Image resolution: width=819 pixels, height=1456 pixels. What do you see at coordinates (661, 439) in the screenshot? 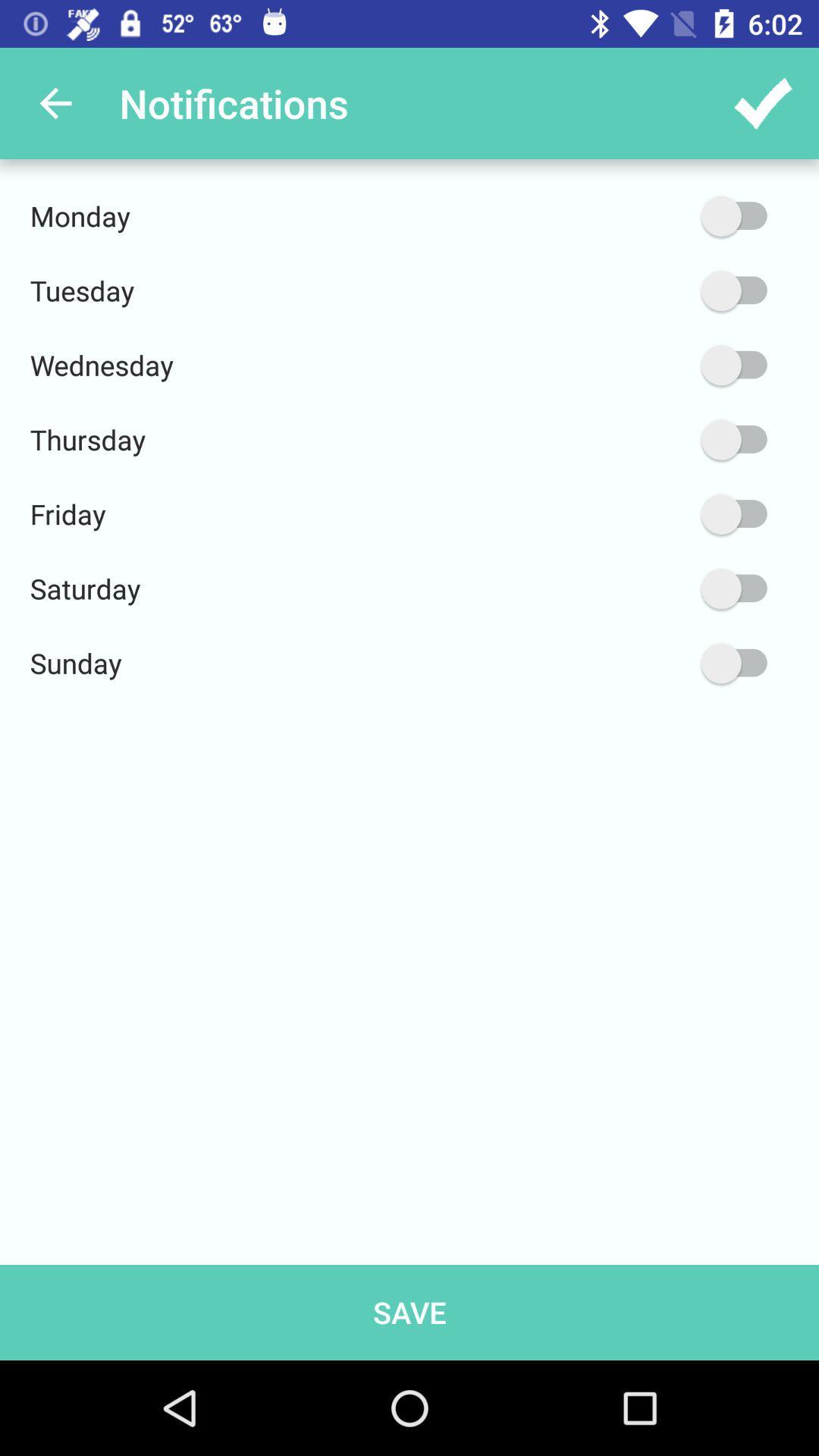
I see `the item to the right of thursday icon` at bounding box center [661, 439].